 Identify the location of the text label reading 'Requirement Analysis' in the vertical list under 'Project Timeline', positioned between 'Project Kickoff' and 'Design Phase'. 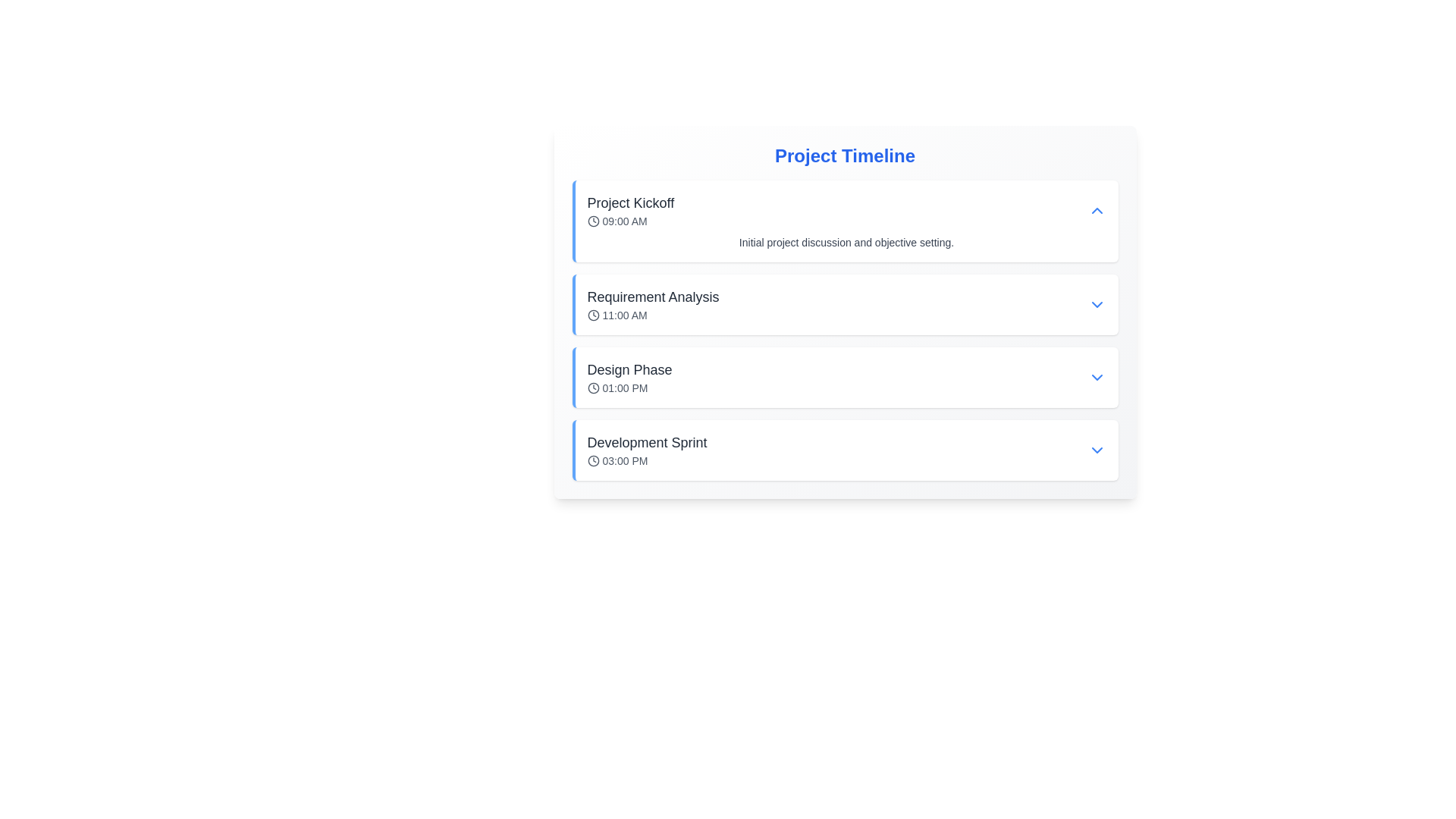
(653, 297).